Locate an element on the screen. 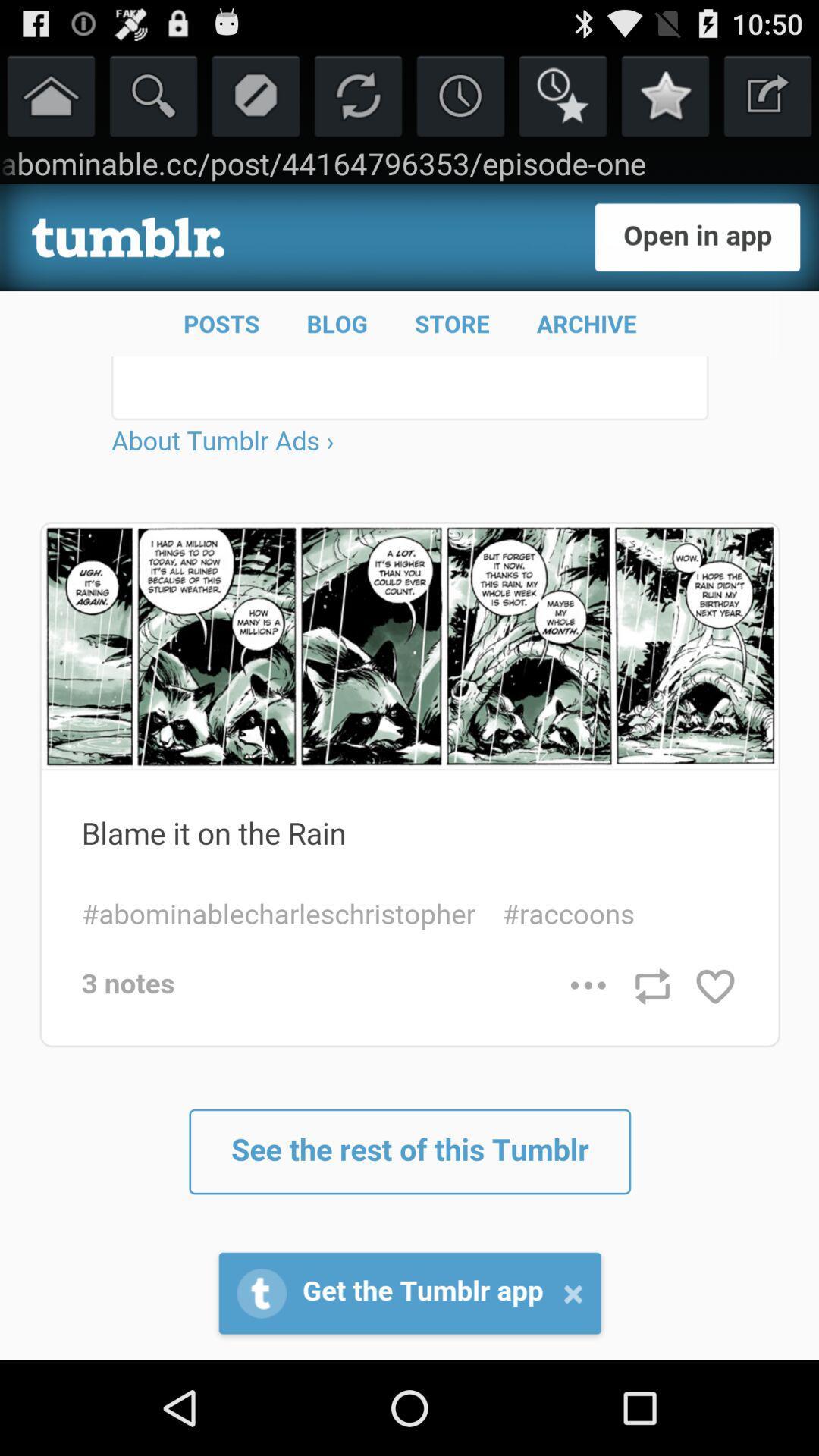  the time icon is located at coordinates (563, 101).